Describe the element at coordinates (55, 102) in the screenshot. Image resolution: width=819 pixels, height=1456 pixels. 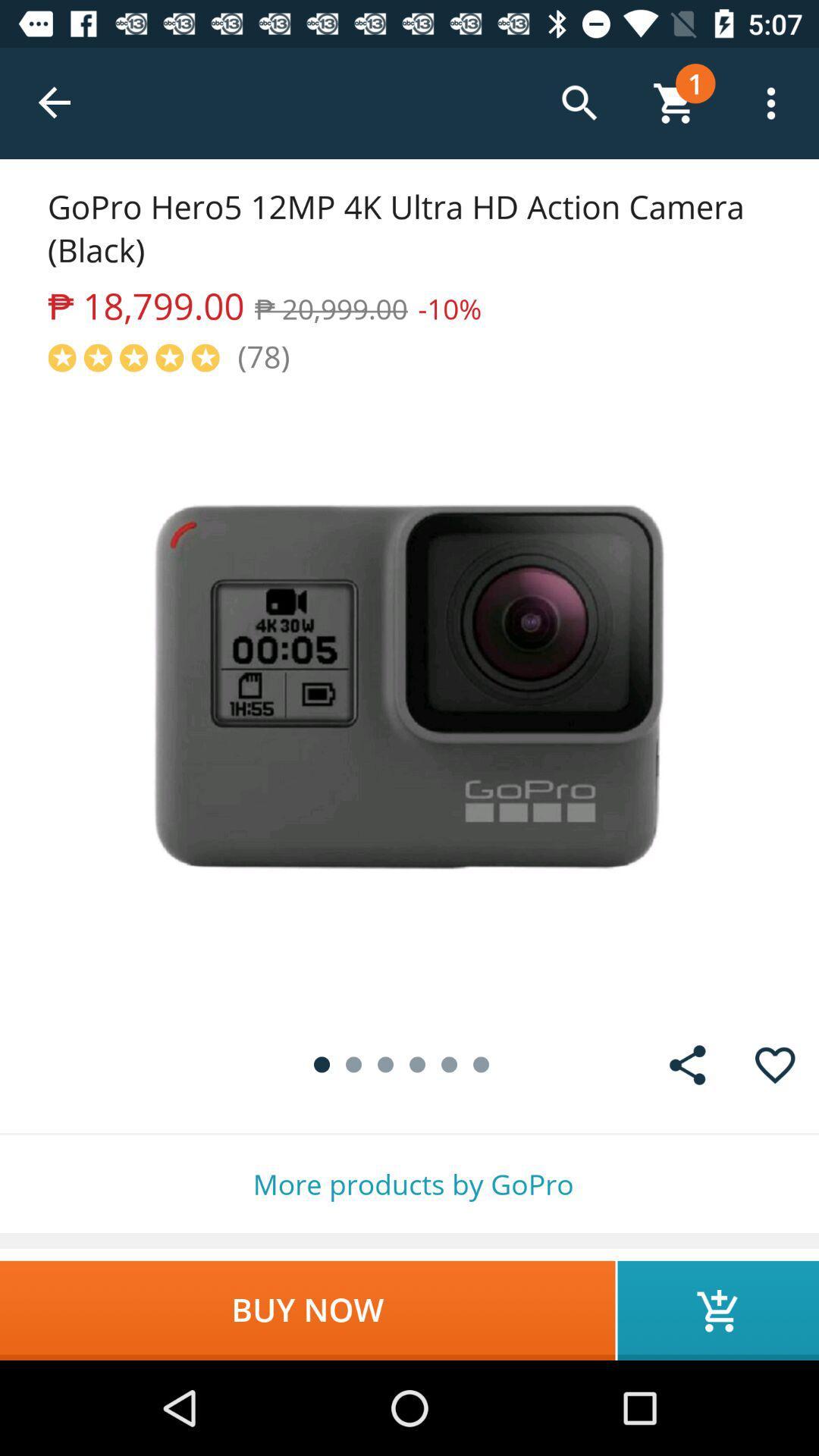
I see `previous page` at that location.